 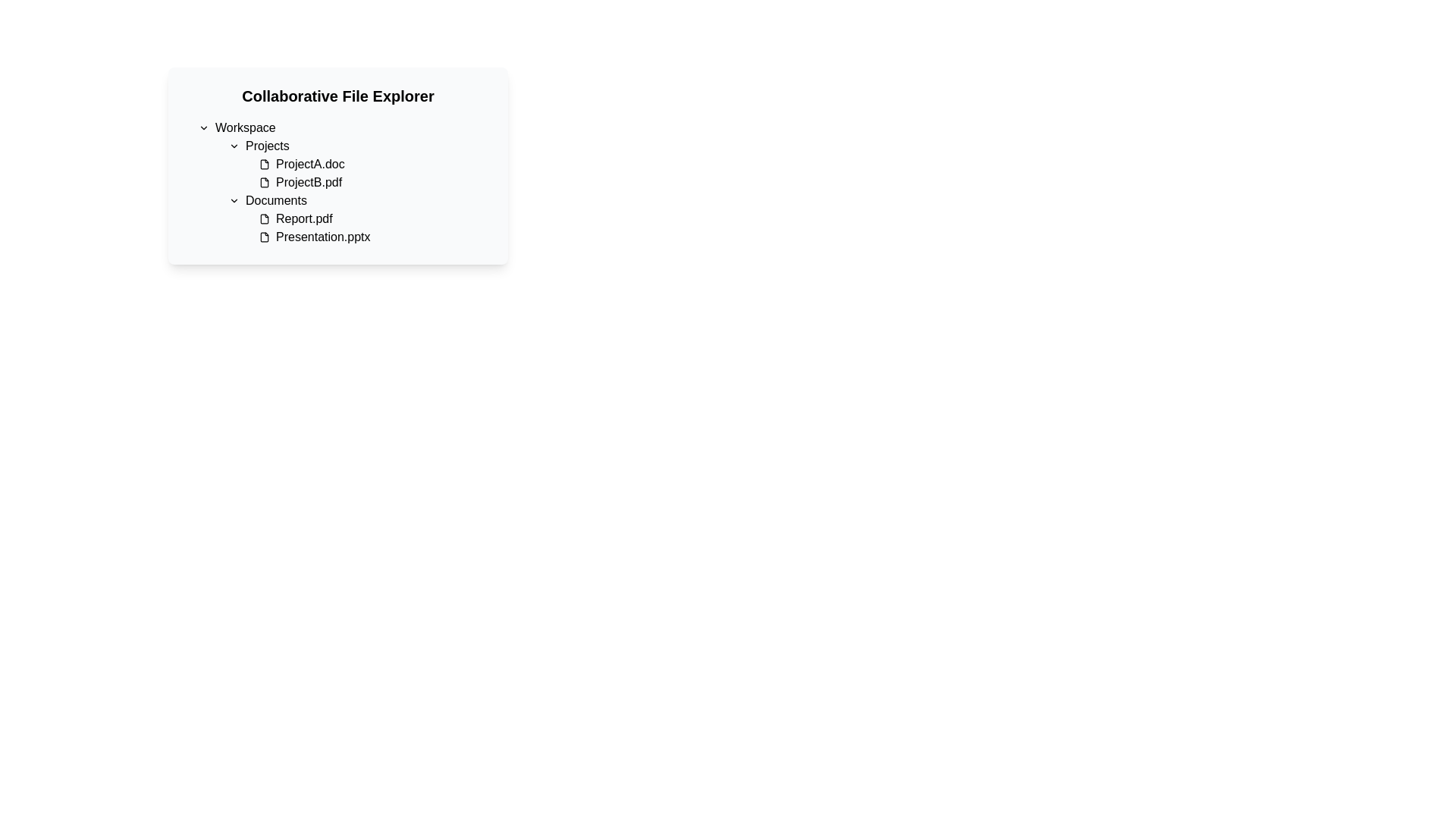 I want to click on the filename 'ProjectA.doc' in the Projects section of the file explorer, so click(x=368, y=172).